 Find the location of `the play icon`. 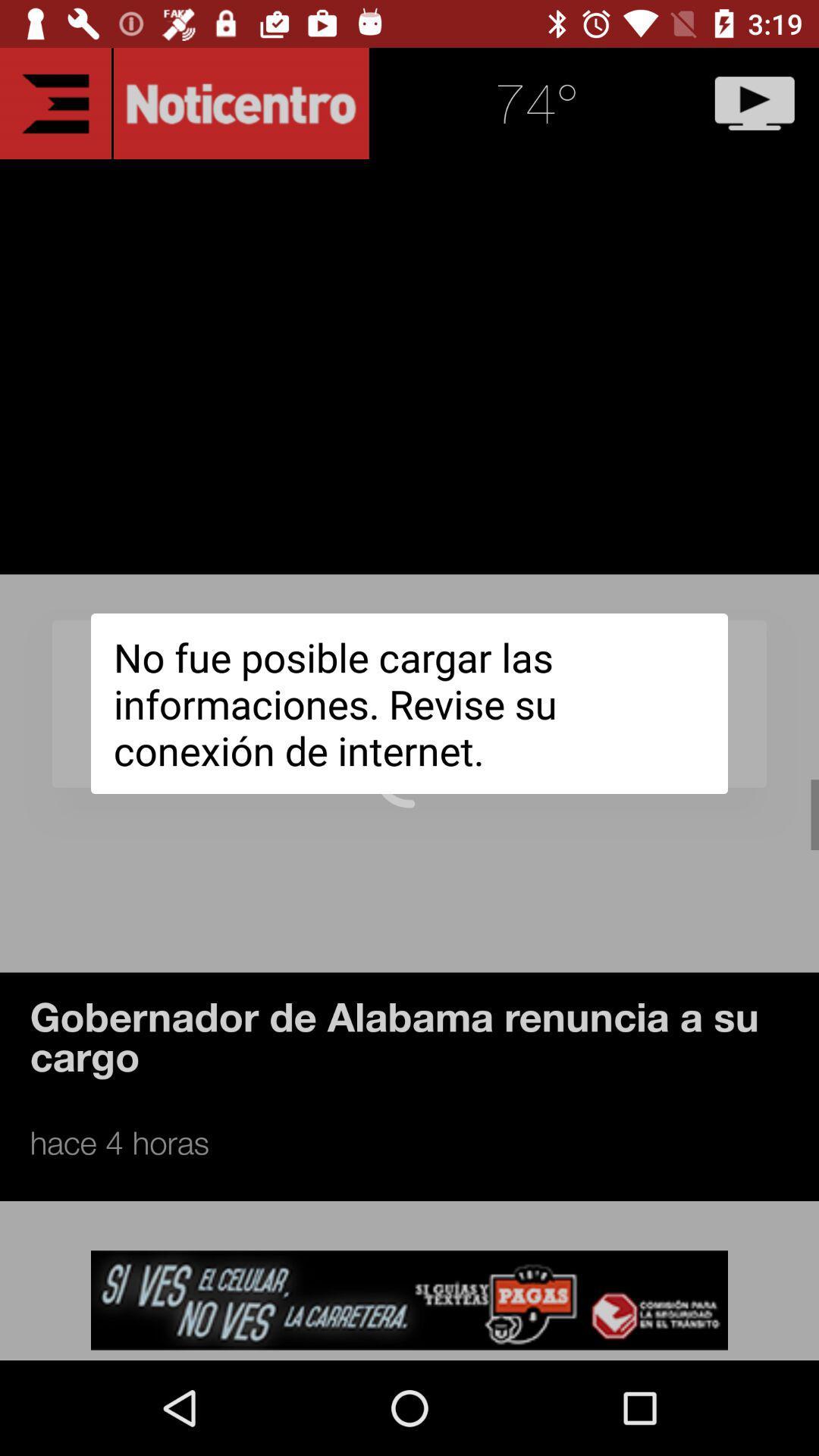

the play icon is located at coordinates (755, 102).